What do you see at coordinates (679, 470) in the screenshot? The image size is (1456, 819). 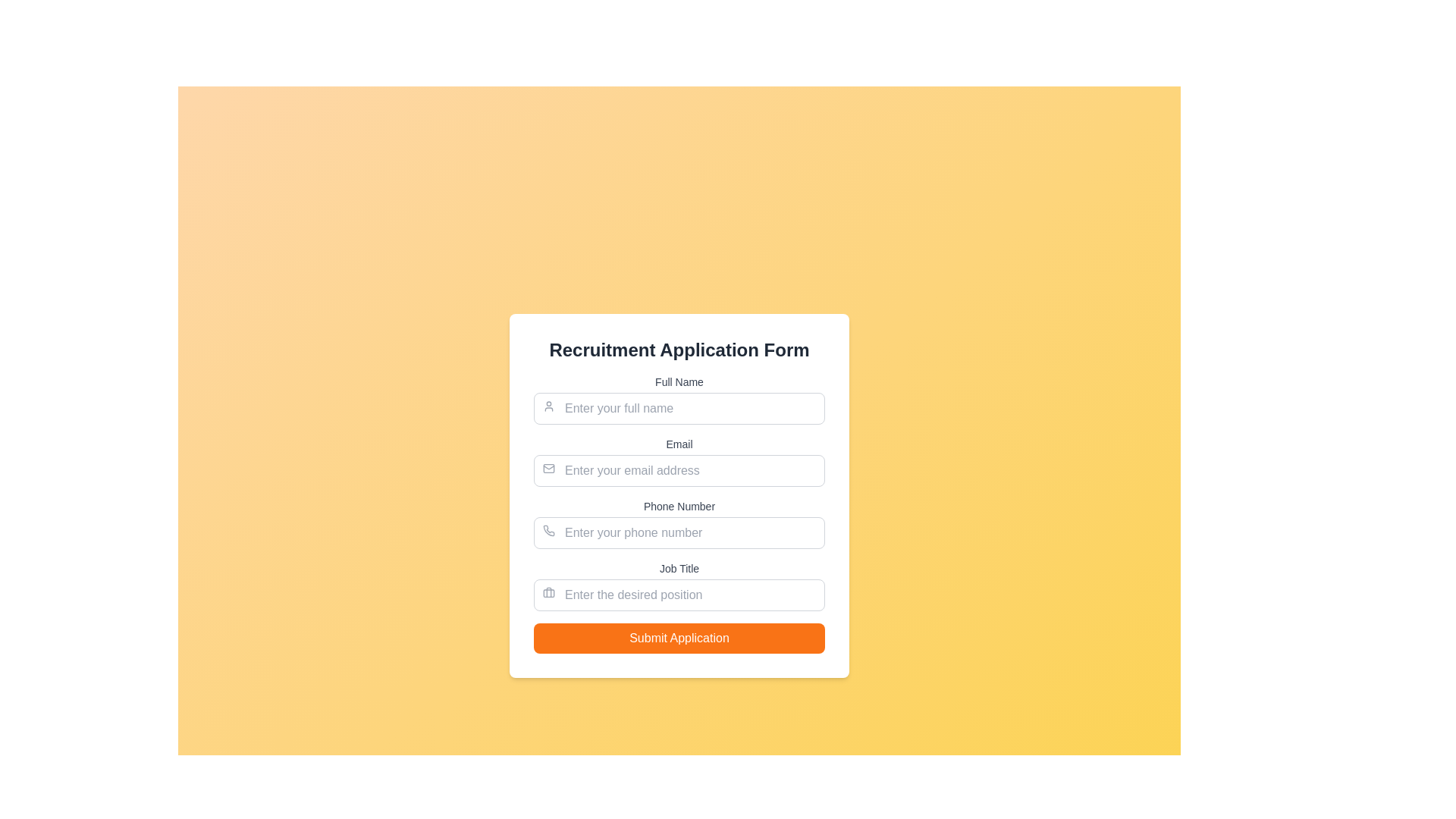 I see `the Text Input Field for entering an email address, which is below the 'Email' label and above the 'Phone Number' input field` at bounding box center [679, 470].